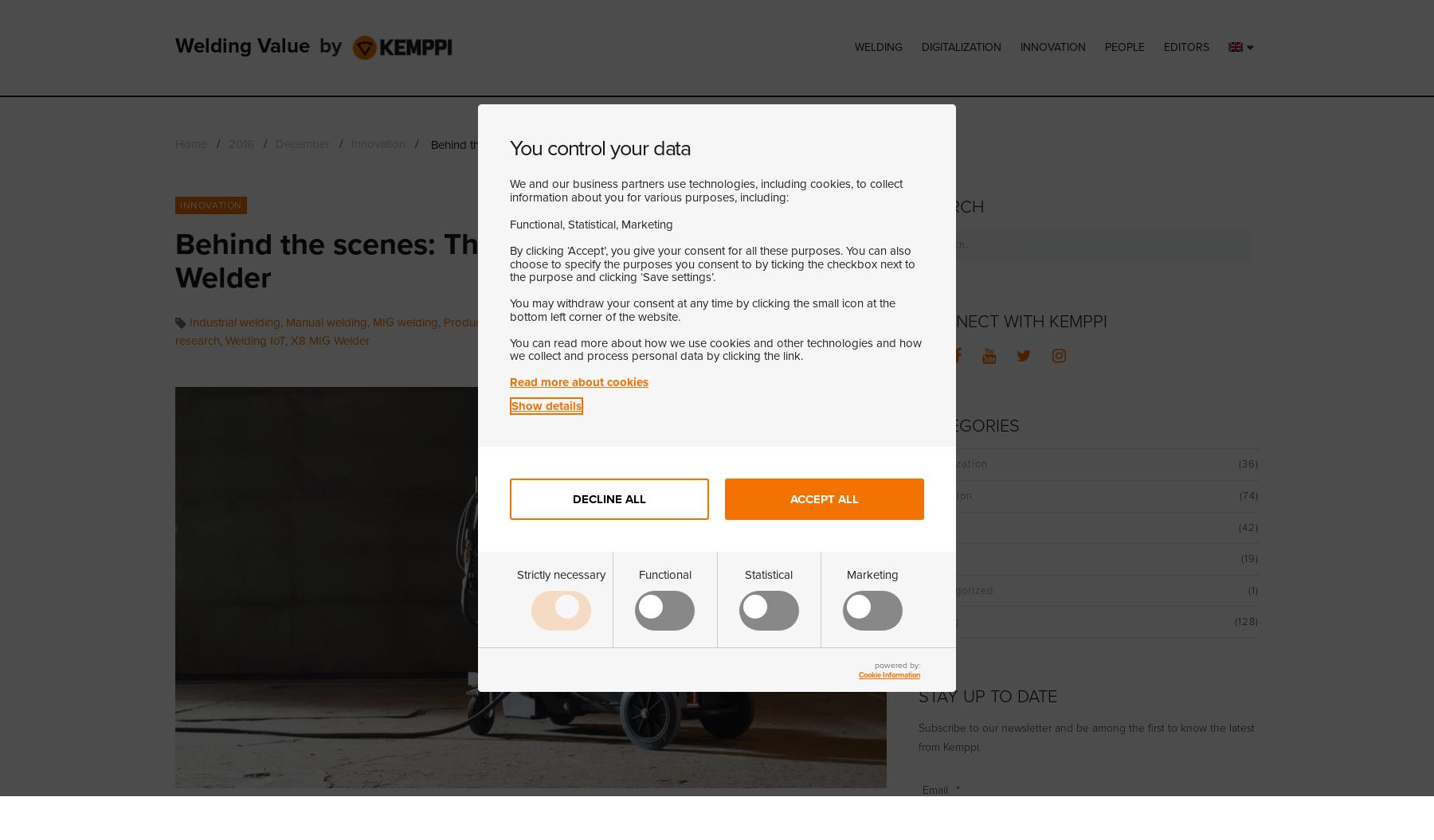 The height and width of the screenshot is (840, 1434). Describe the element at coordinates (957, 790) in the screenshot. I see `'*'` at that location.